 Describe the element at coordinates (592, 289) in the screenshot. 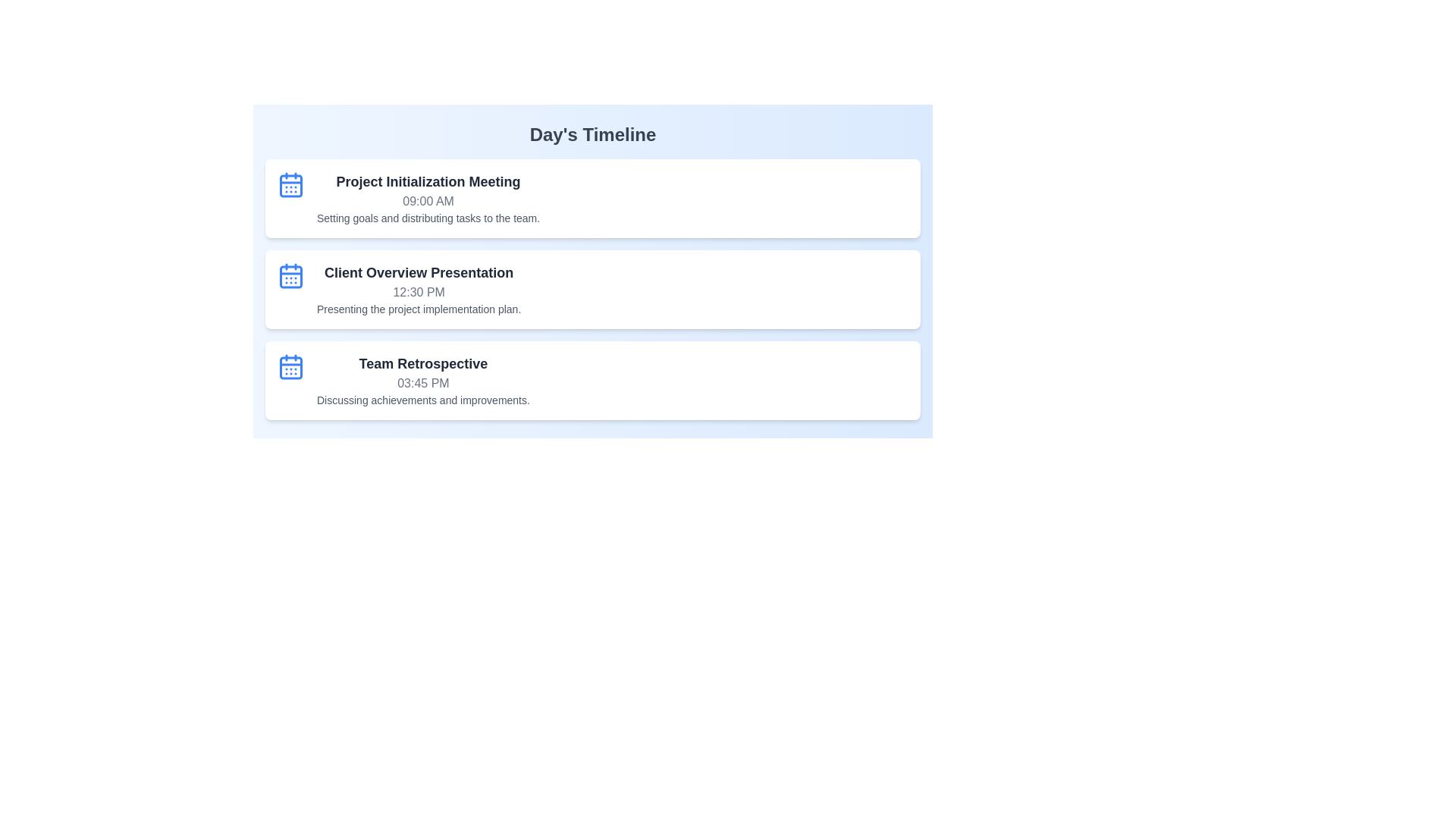

I see `the second card in the vertical list of three cards representing a timeline, which provides an overview of a scheduled event` at that location.